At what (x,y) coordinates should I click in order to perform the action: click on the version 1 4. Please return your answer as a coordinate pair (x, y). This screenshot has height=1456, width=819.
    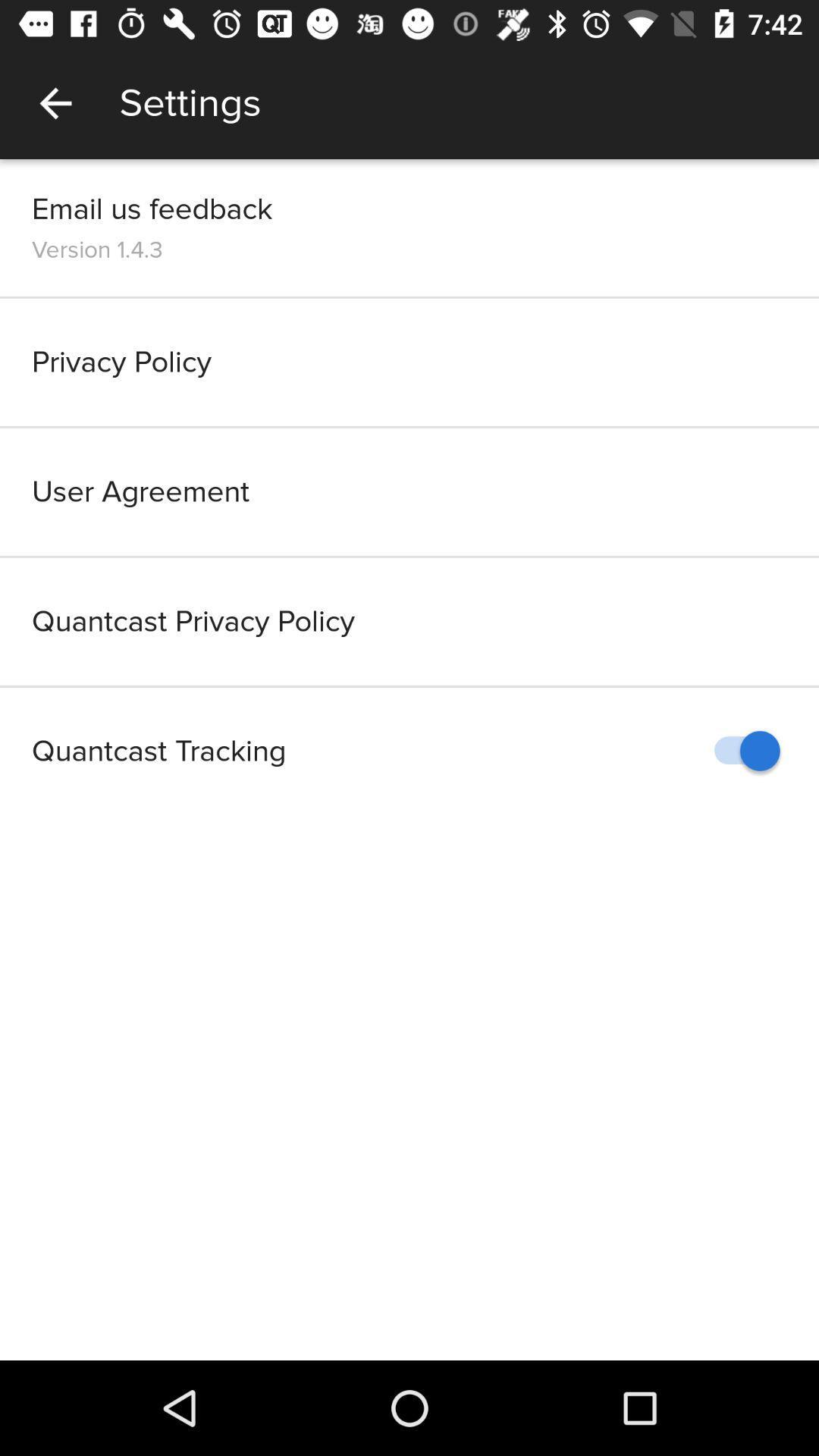
    Looking at the image, I should click on (97, 249).